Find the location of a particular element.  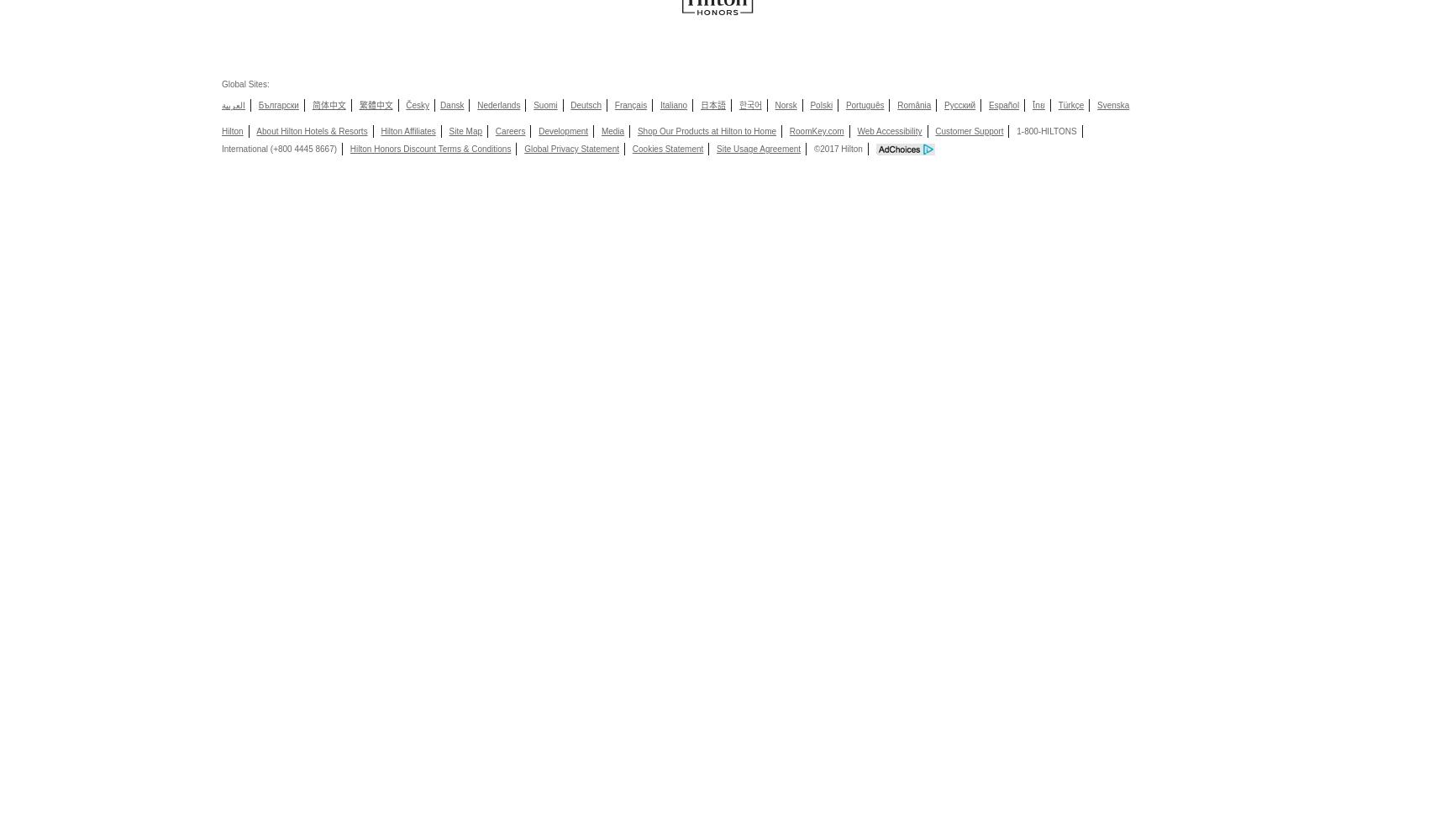

'Türkçe' is located at coordinates (1070, 105).